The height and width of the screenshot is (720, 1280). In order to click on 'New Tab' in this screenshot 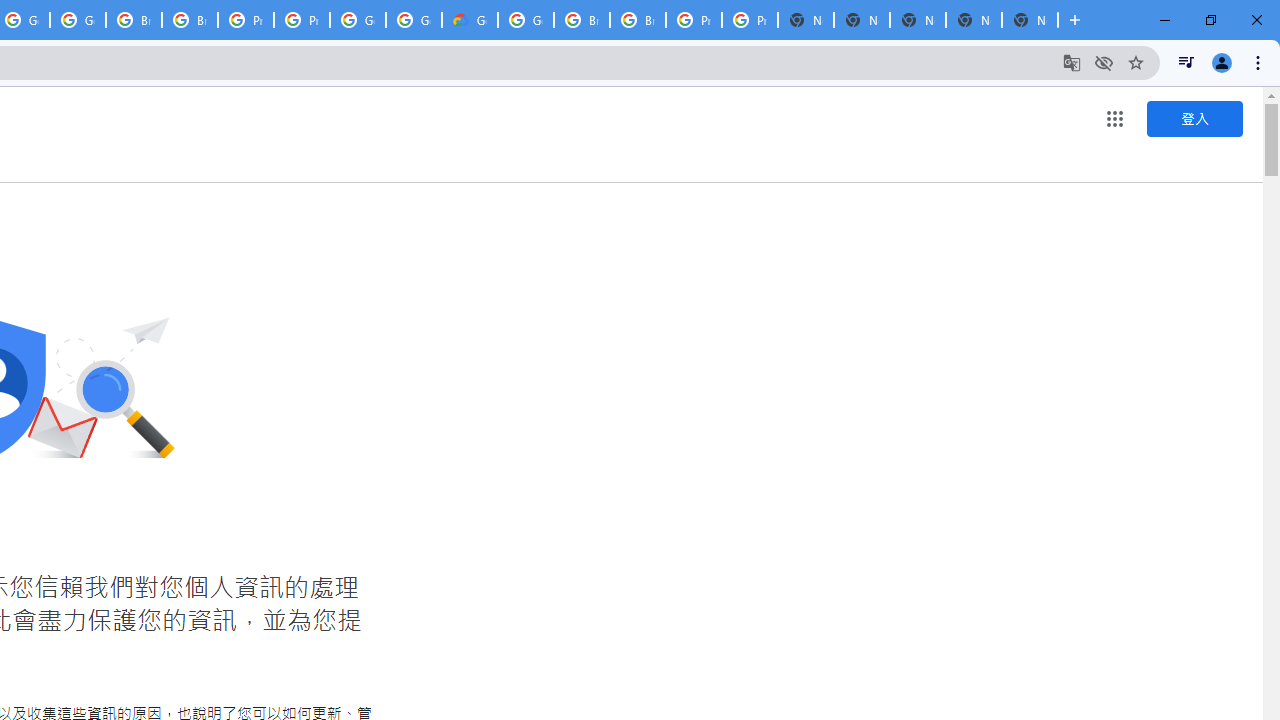, I will do `click(1030, 20)`.